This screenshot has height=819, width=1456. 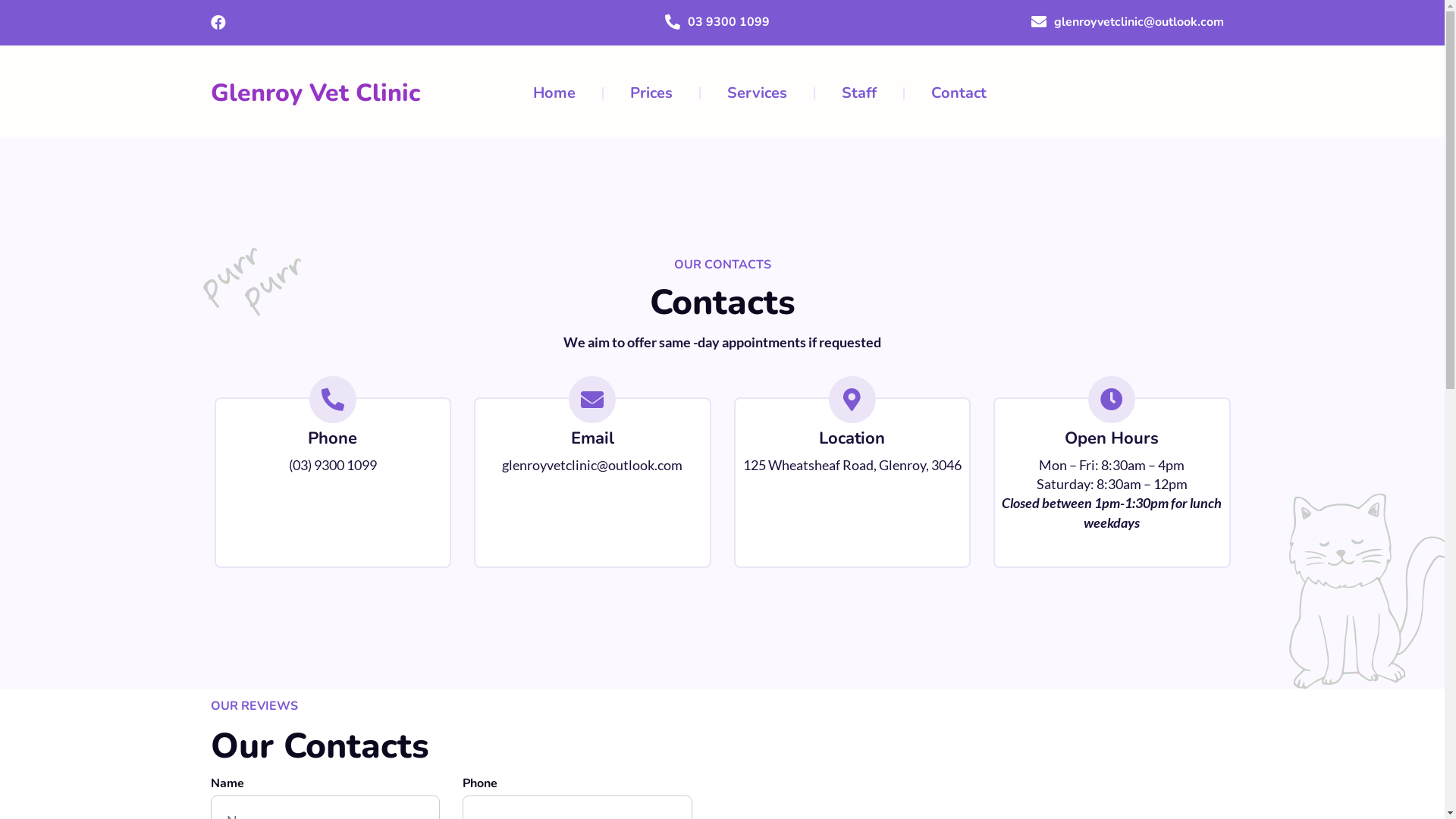 What do you see at coordinates (315, 93) in the screenshot?
I see `'Glenroy Vet Clinic'` at bounding box center [315, 93].